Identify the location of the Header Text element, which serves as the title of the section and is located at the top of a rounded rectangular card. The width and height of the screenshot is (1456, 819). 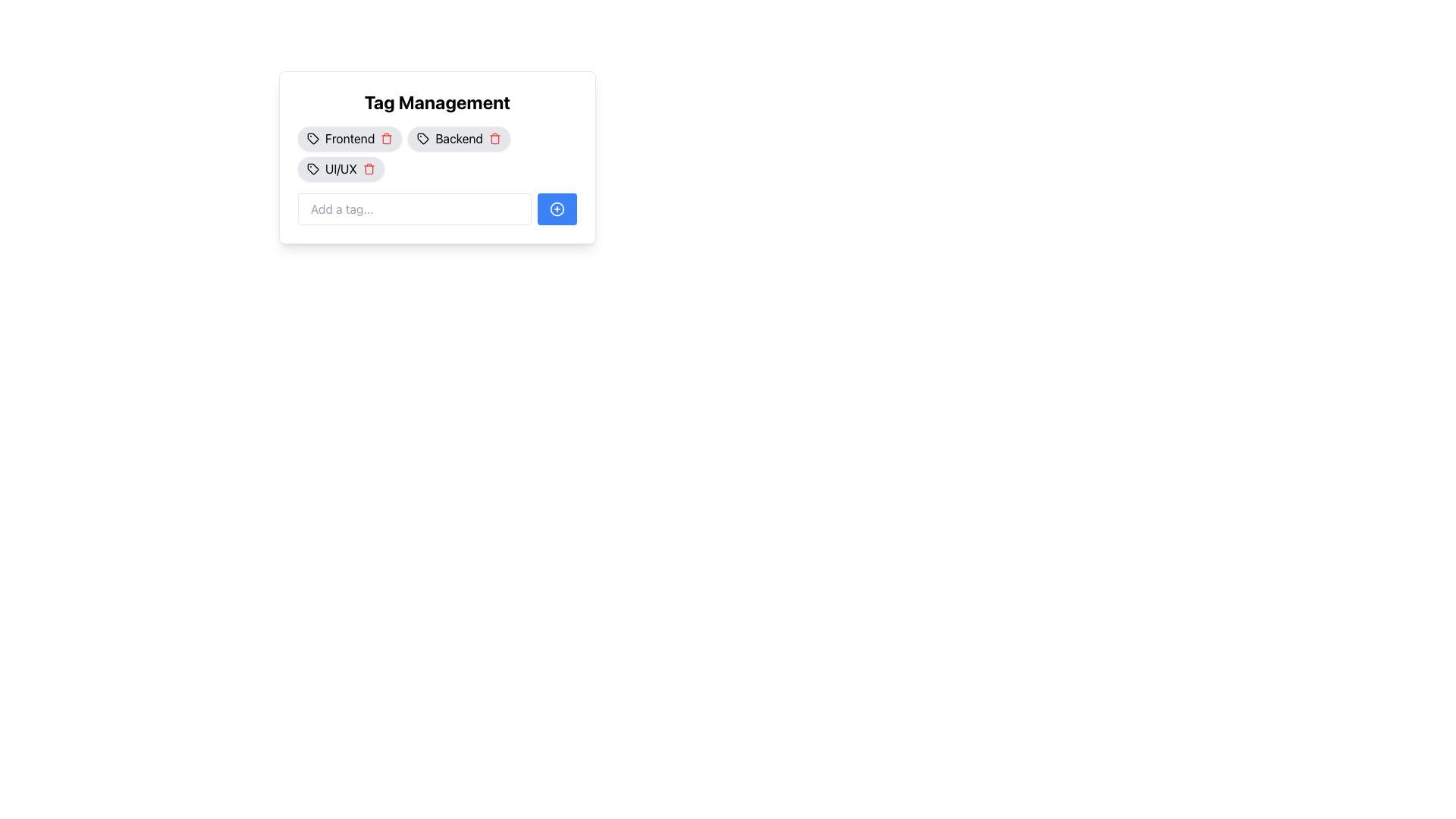
(436, 102).